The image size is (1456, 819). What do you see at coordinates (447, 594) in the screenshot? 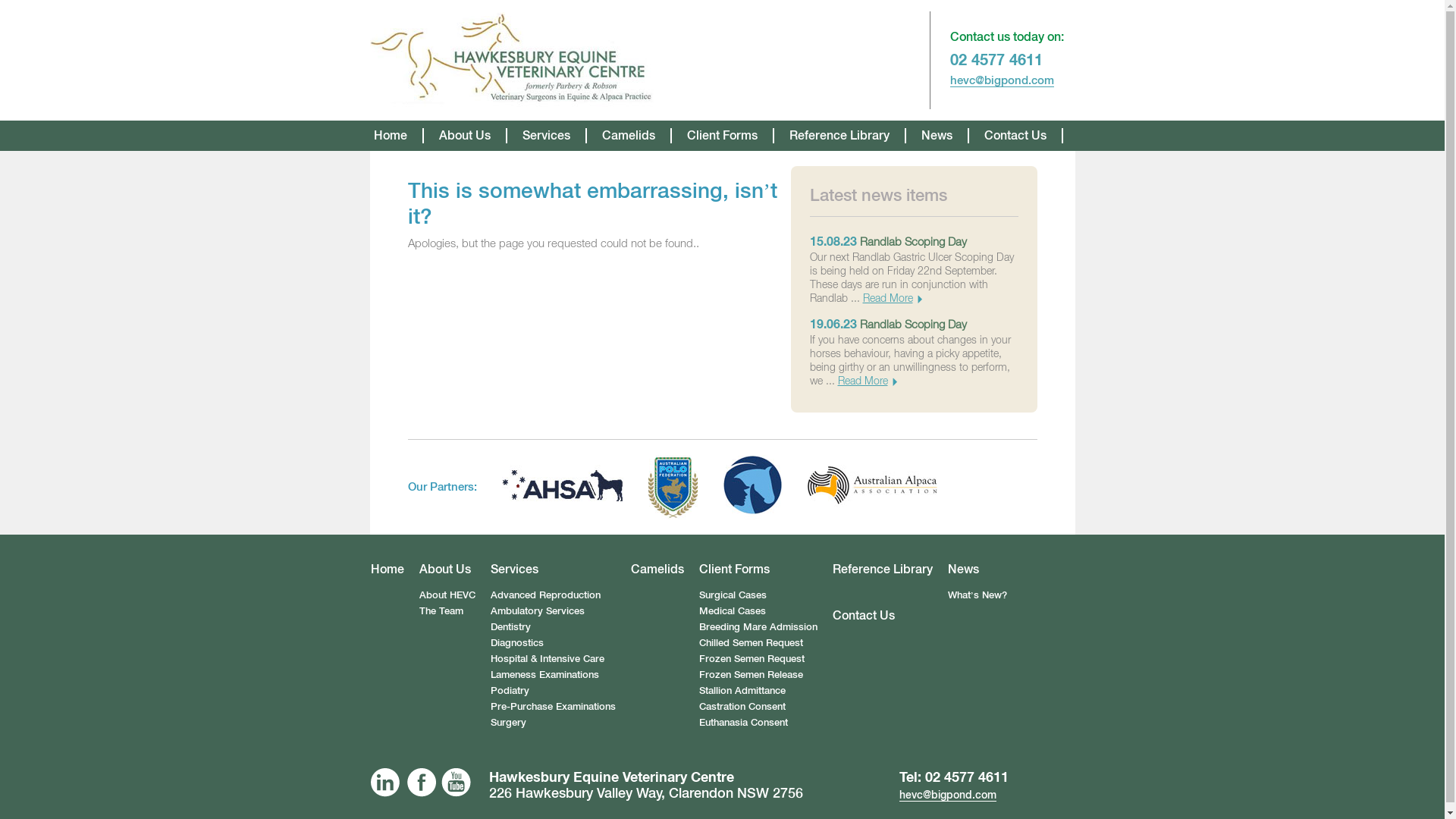
I see `'About HEVC'` at bounding box center [447, 594].